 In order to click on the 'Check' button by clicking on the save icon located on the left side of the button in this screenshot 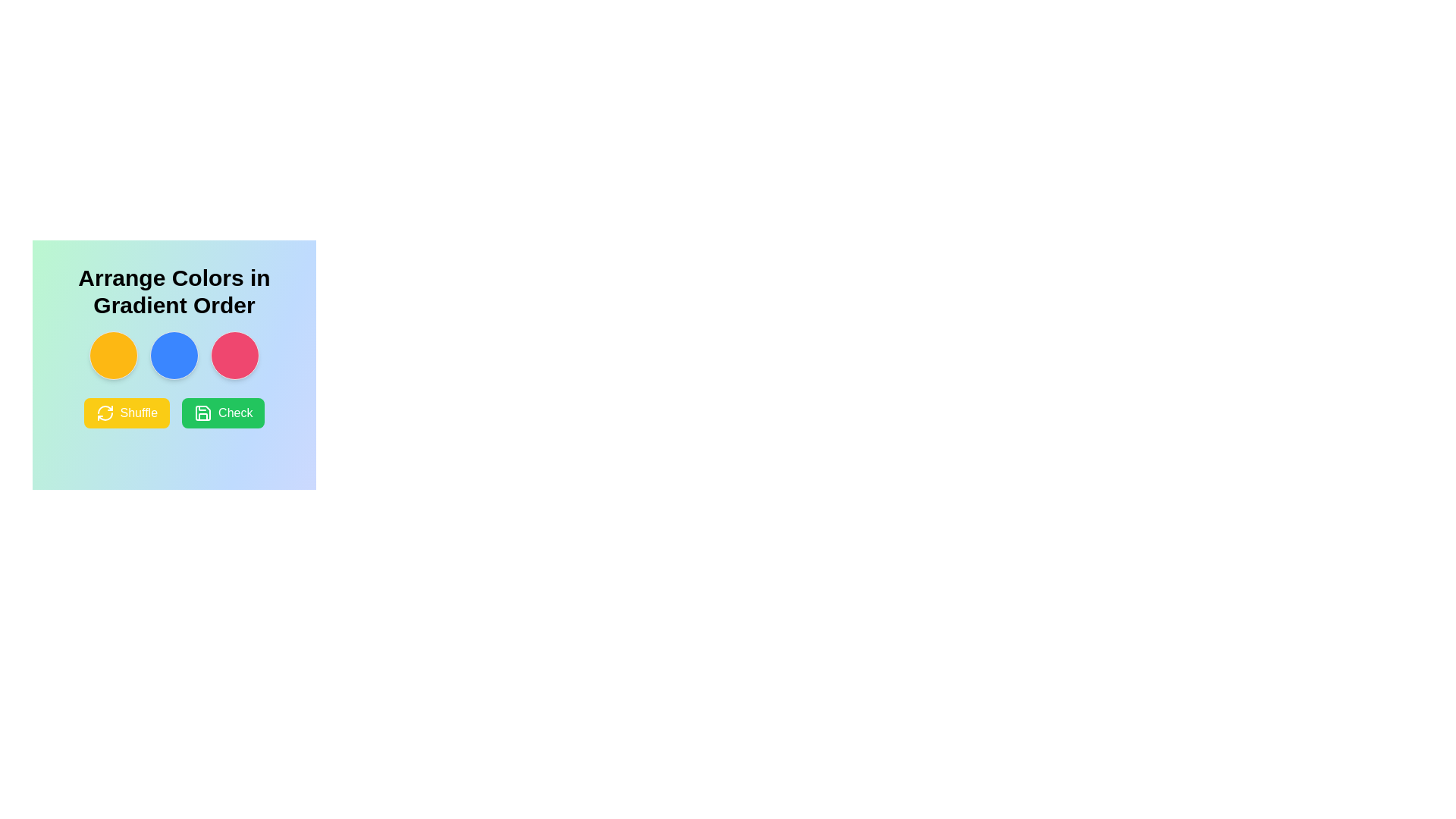, I will do `click(202, 413)`.